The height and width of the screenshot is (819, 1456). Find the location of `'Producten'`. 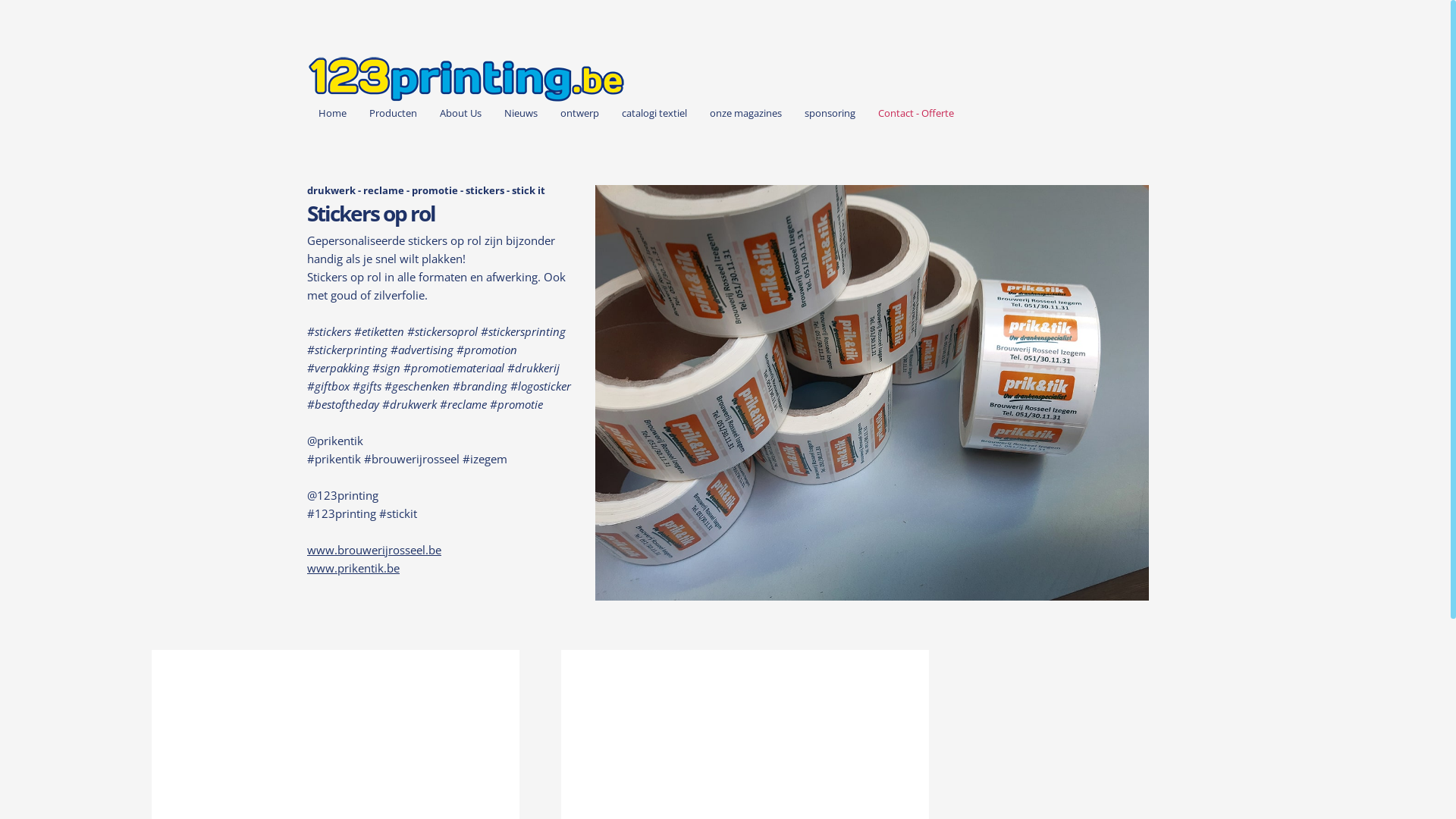

'Producten' is located at coordinates (356, 113).